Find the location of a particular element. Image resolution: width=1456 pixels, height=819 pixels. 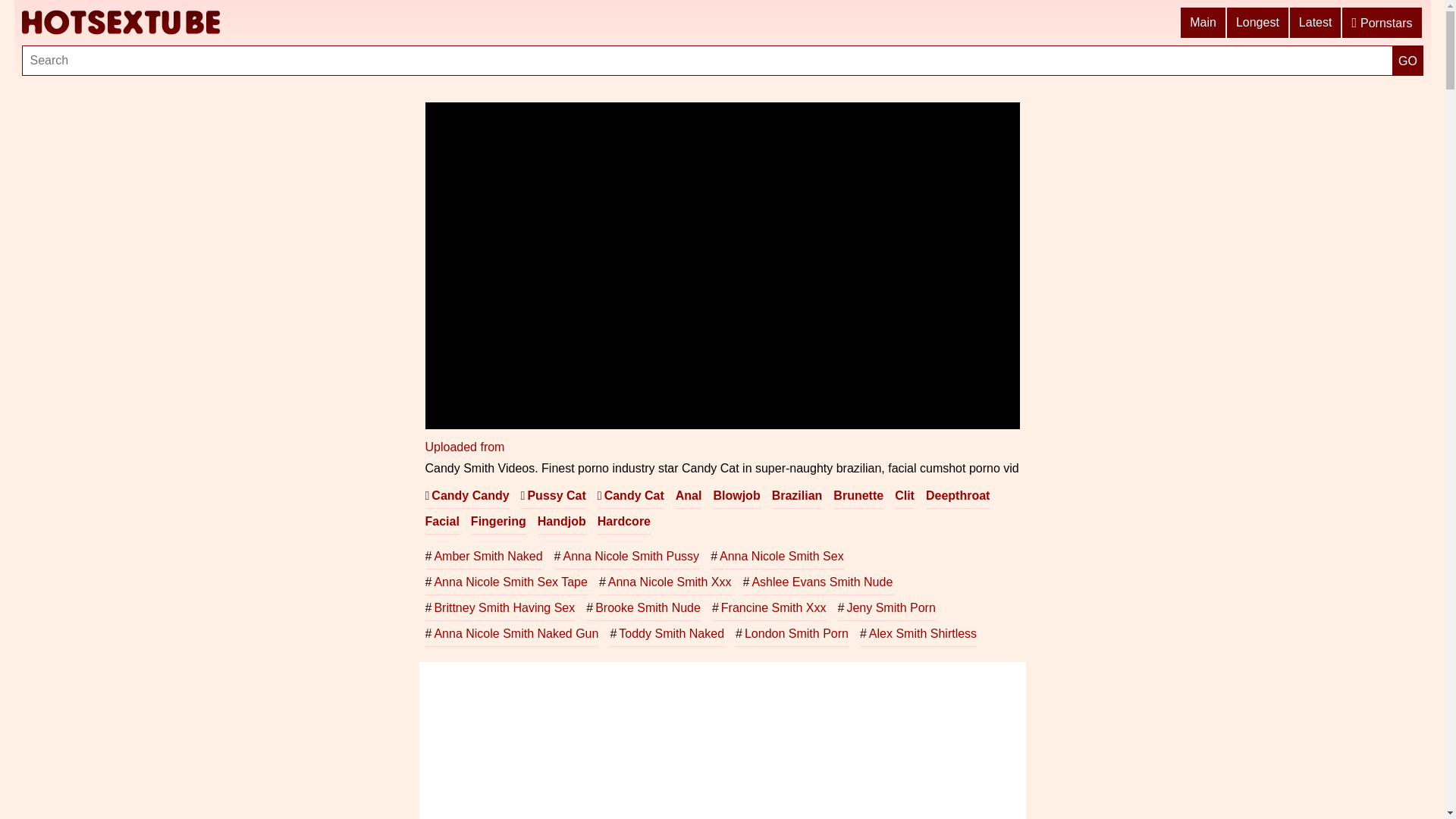

'Ashlee Evans Smith Nude' is located at coordinates (742, 581).